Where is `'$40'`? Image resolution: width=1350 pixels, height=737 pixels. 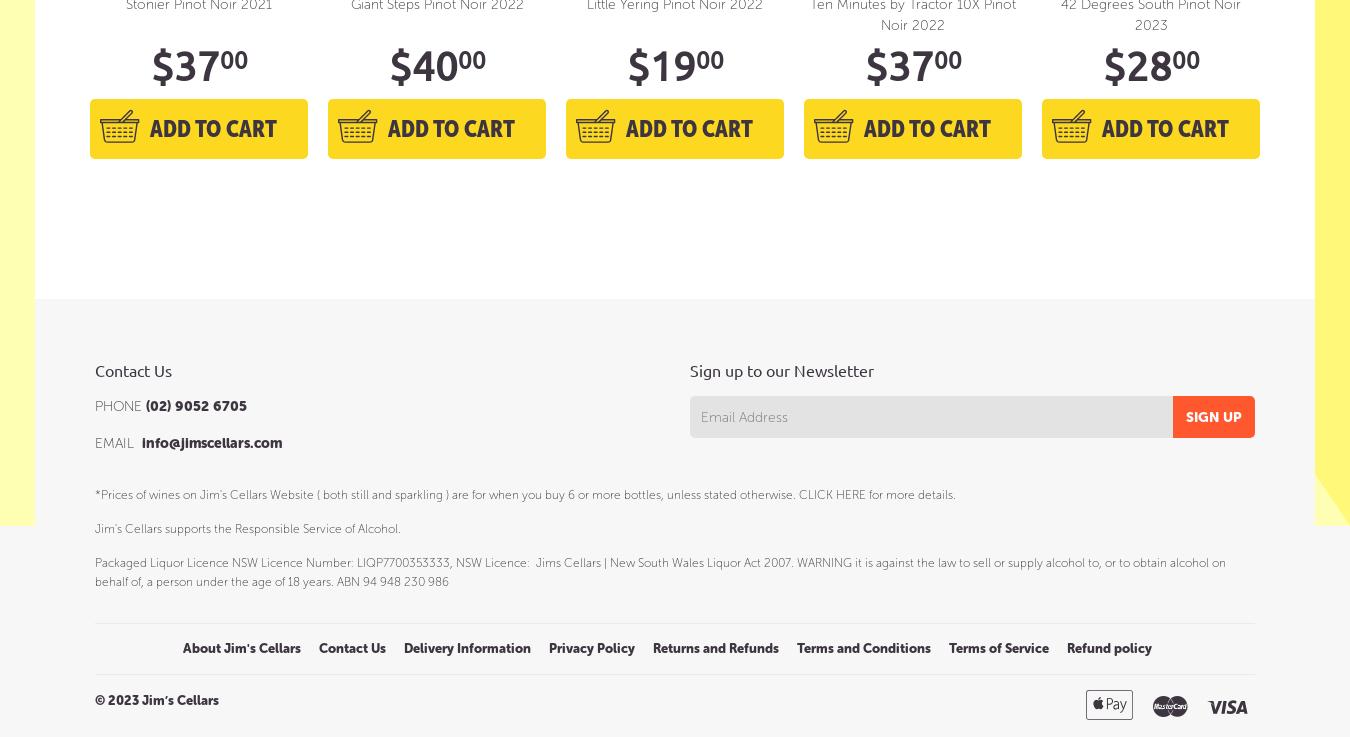 '$40' is located at coordinates (422, 64).